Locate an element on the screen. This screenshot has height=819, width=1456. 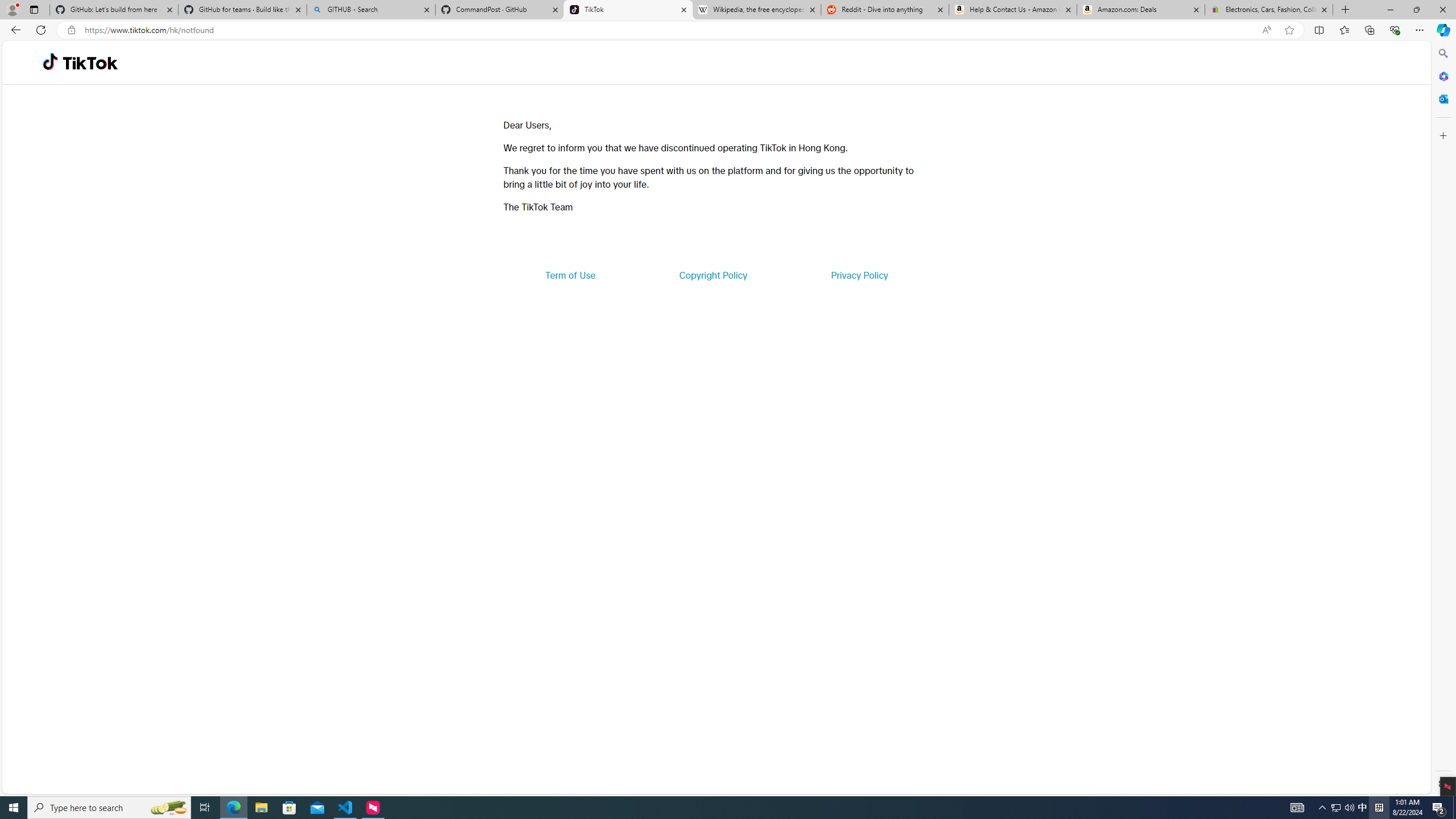
'Copyright Policy' is located at coordinates (712, 274).